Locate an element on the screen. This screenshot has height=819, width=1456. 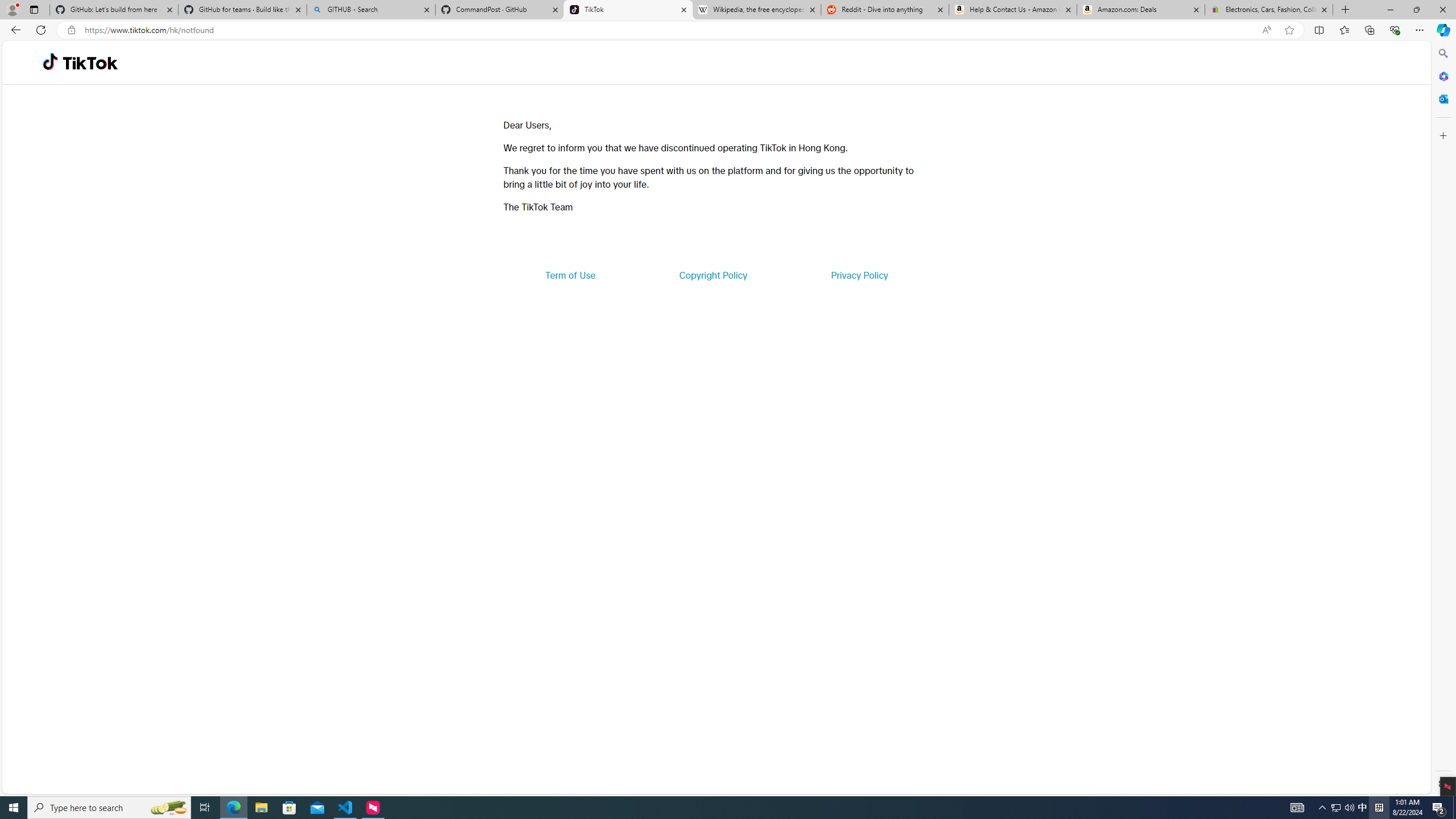
'Copyright Policy' is located at coordinates (712, 274).